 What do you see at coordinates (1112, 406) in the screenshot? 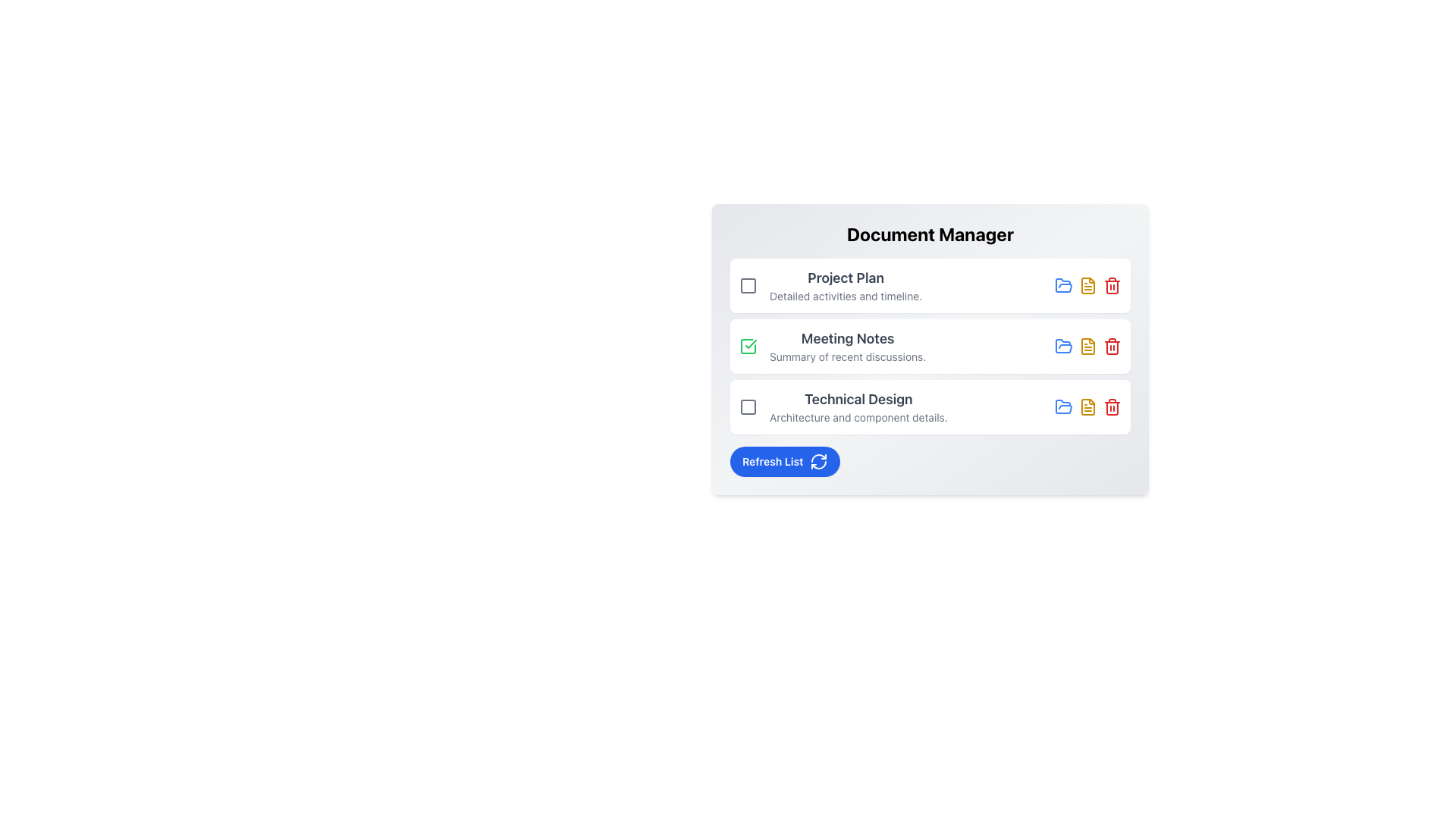
I see `the red trash can icon, which is the third and rightmost icon` at bounding box center [1112, 406].